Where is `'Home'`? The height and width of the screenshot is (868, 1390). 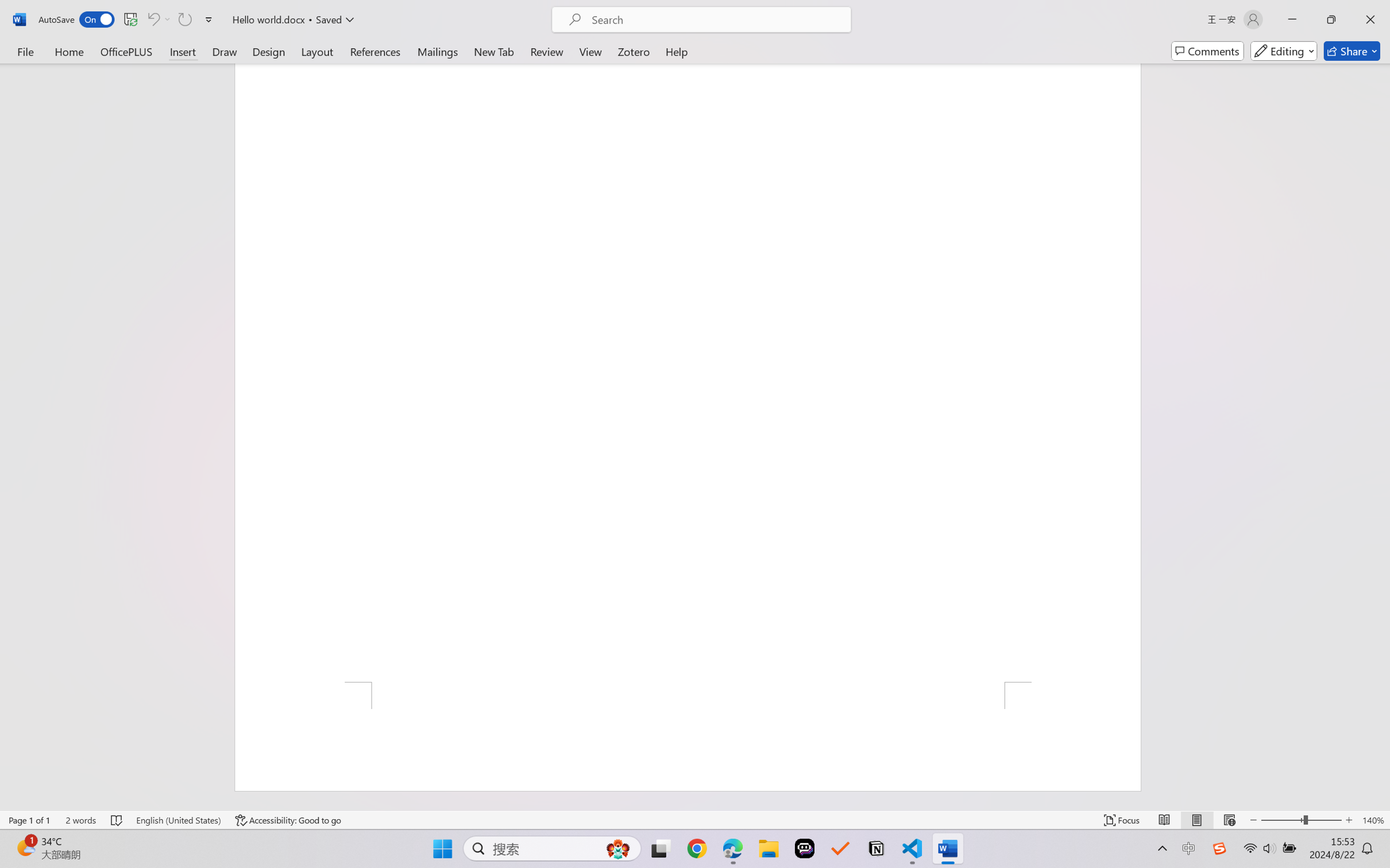 'Home' is located at coordinates (69, 51).